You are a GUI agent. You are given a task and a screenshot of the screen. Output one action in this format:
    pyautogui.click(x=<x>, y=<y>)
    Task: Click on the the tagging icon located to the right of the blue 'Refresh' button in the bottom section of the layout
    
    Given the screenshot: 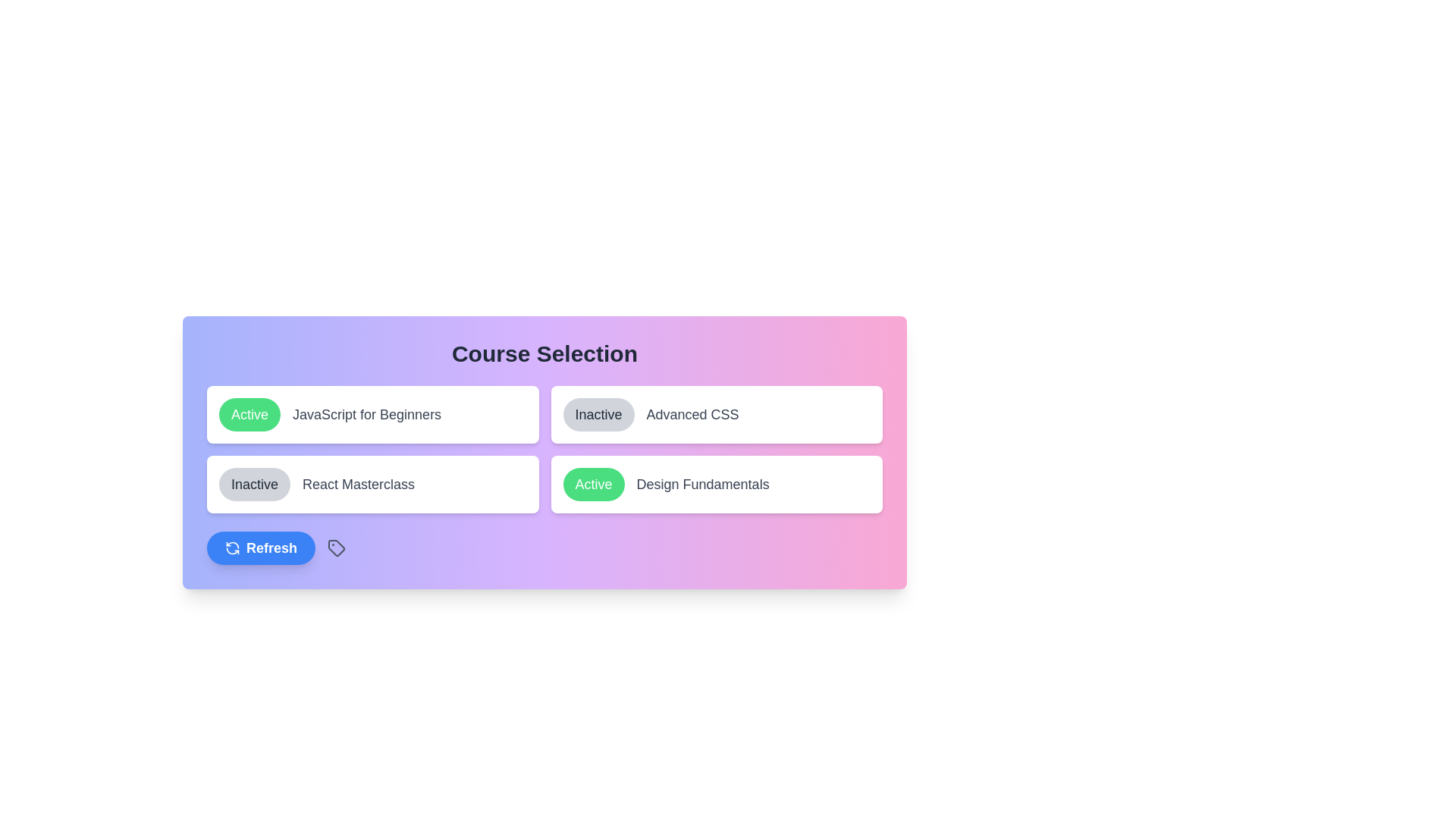 What is the action you would take?
    pyautogui.click(x=336, y=548)
    